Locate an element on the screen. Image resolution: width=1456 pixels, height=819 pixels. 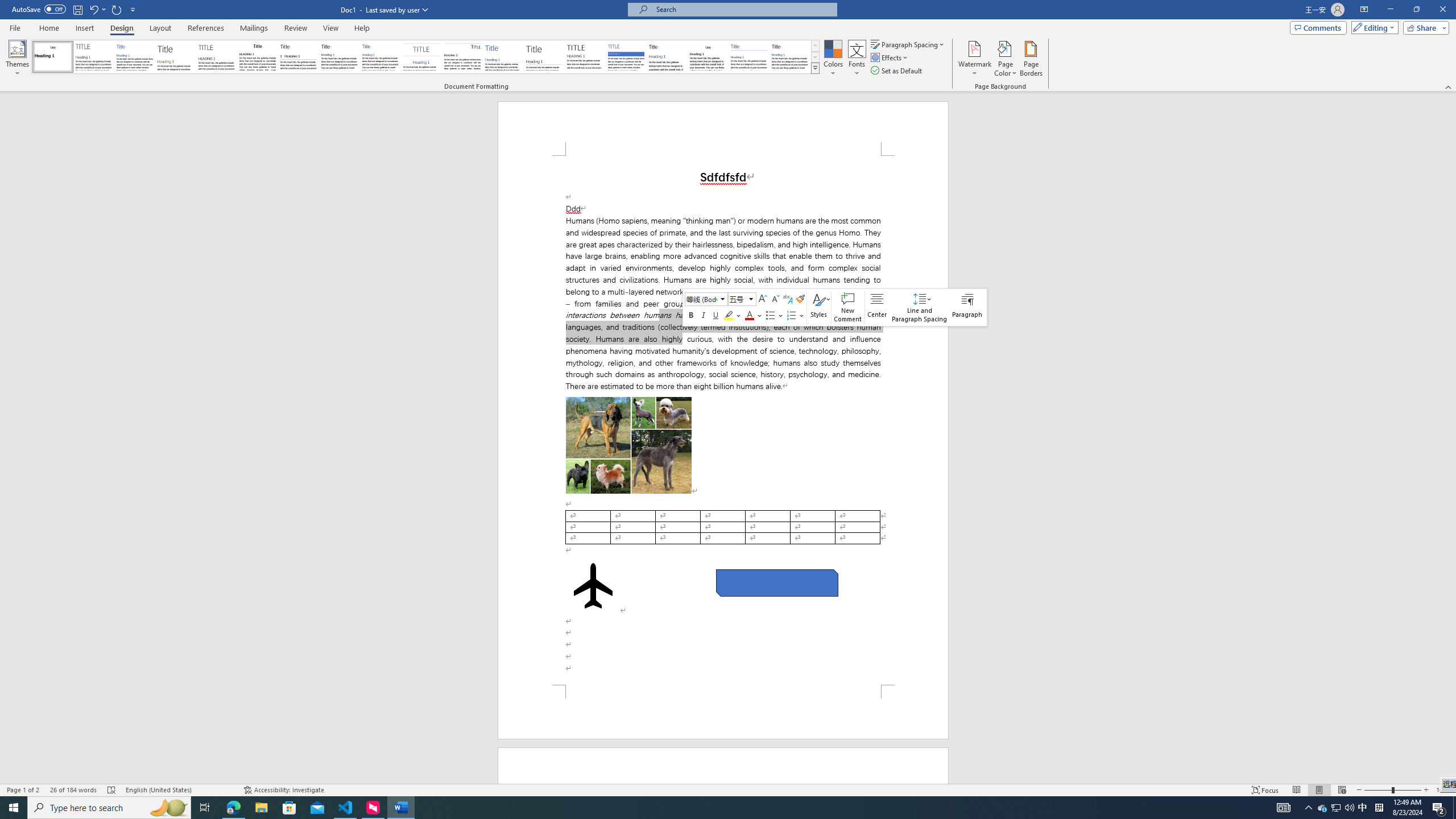
'Shaded' is located at coordinates (626, 56).